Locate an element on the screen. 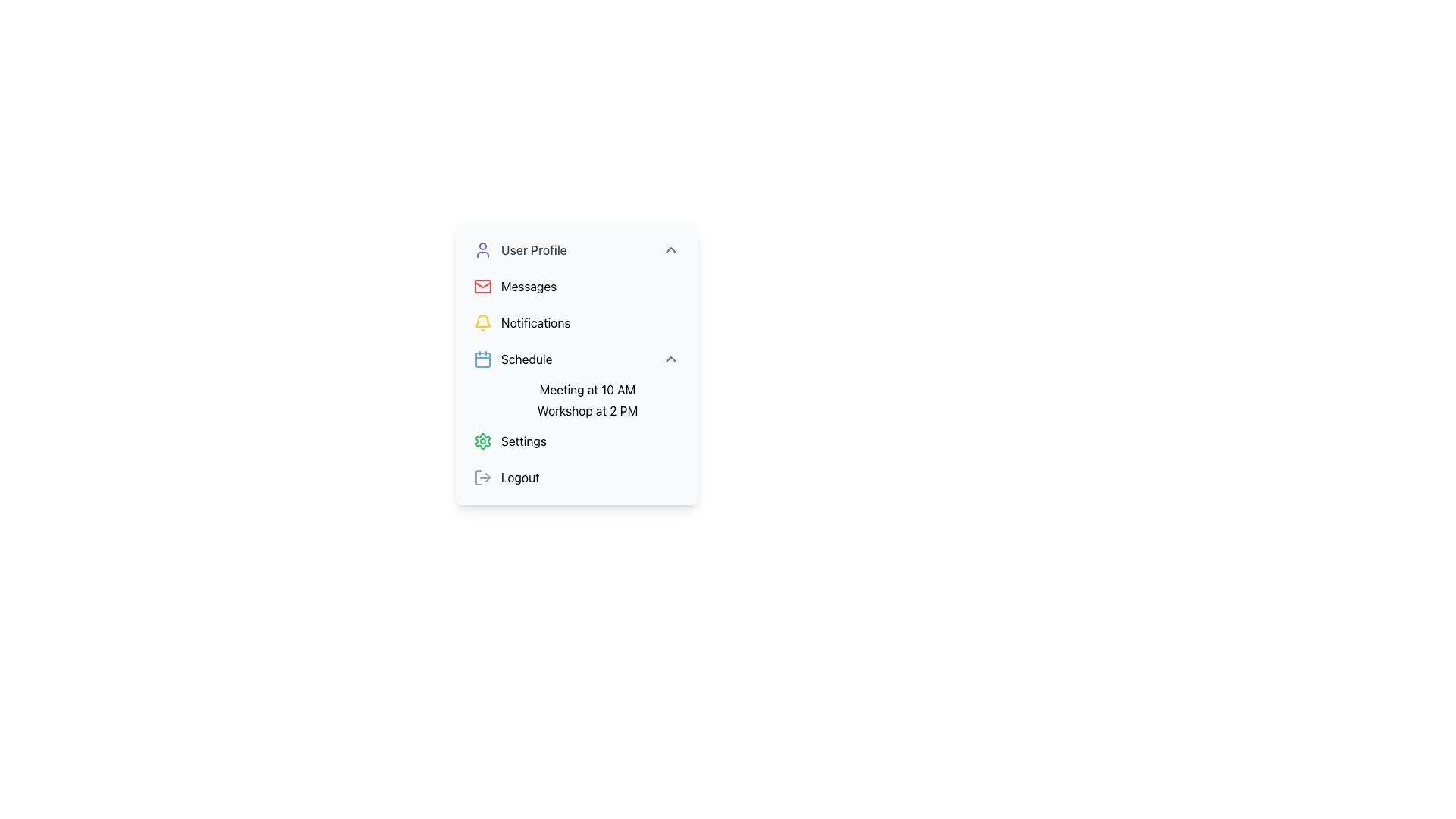  the text block containing 'Meeting at 10 AM' and 'Workshop at 2 PM' in the vertical navigation menu, which is located below the 'Schedule' menu item and above the 'Settings' menu item is located at coordinates (576, 400).